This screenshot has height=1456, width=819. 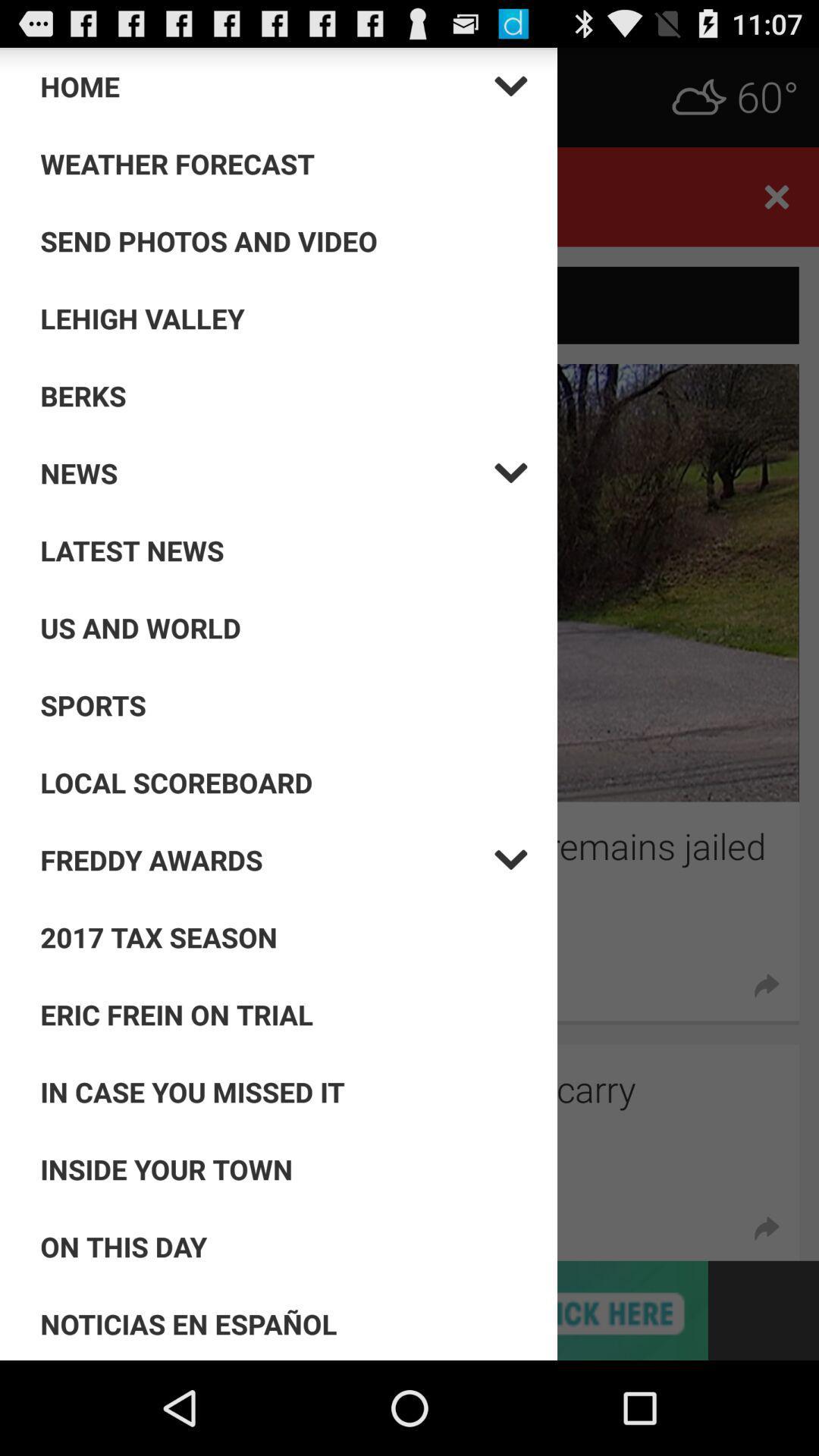 I want to click on the option above berks, so click(x=284, y=318).